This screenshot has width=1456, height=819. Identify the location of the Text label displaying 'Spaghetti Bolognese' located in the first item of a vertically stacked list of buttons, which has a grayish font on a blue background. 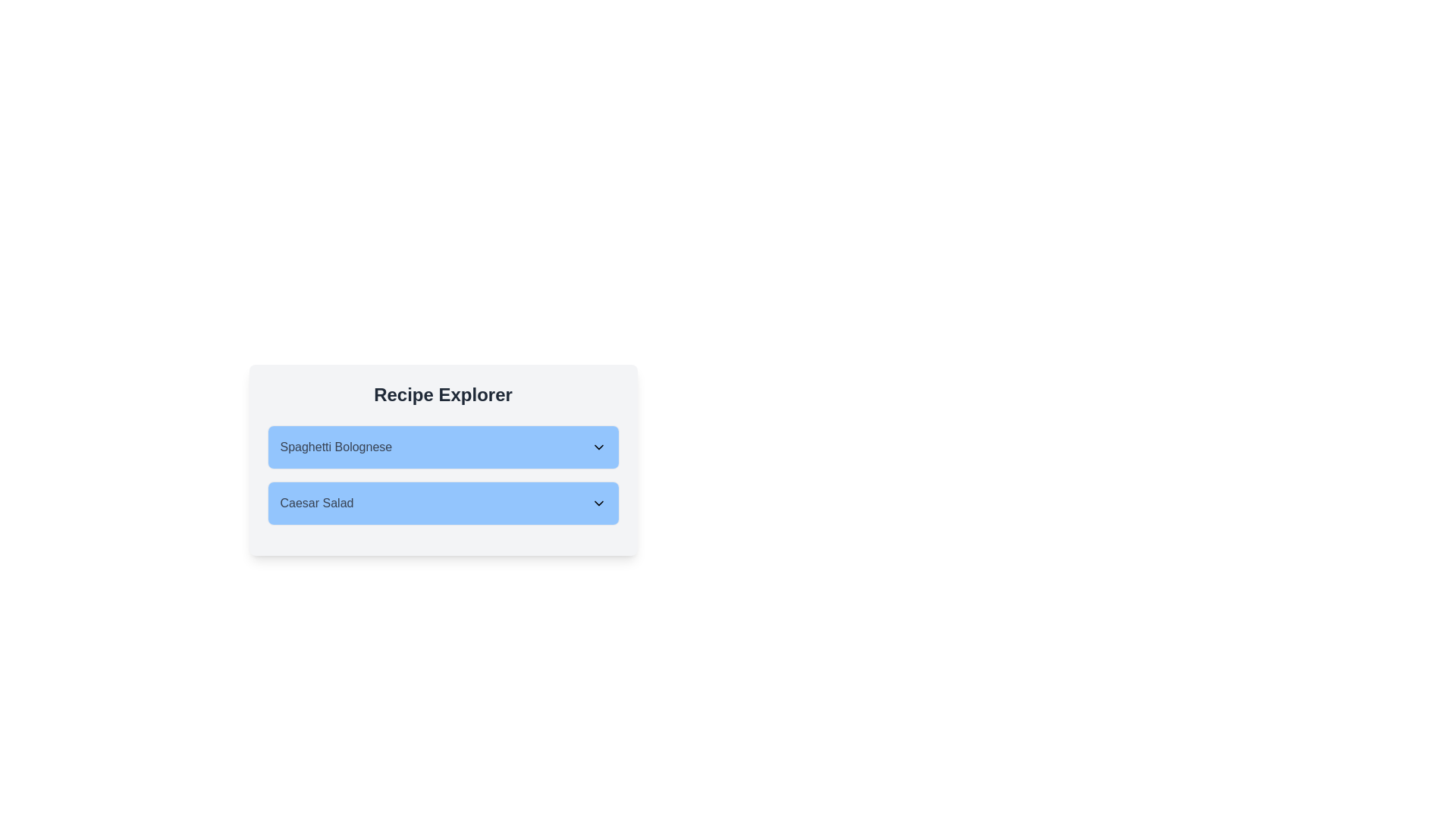
(335, 447).